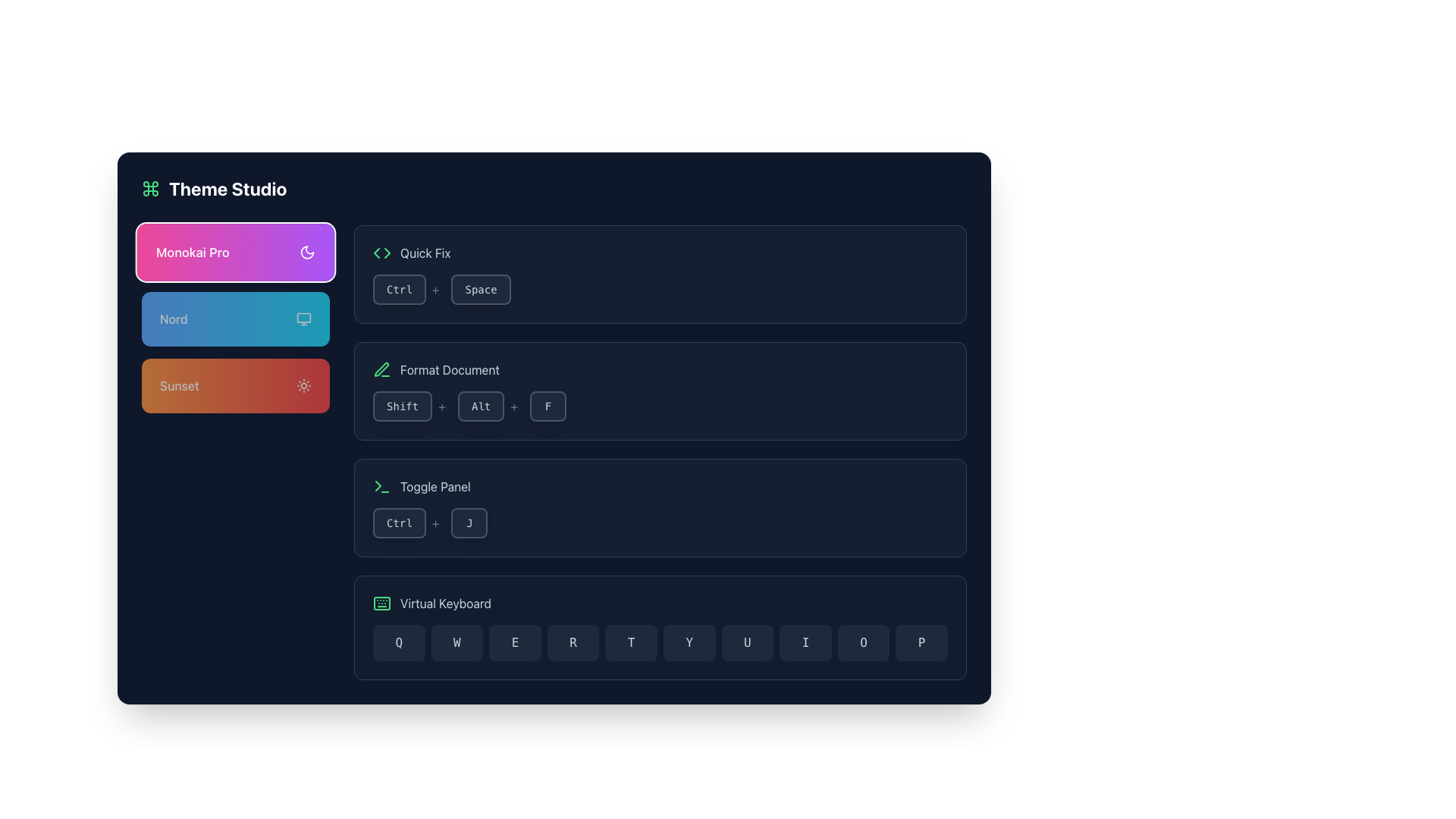 The image size is (1456, 819). What do you see at coordinates (409, 289) in the screenshot?
I see `the 'Ctrl' key representation in the keyboard shortcut display located in the 'Quick Fix' section, which is the first key in the sequence 'Ctrl+'` at bounding box center [409, 289].